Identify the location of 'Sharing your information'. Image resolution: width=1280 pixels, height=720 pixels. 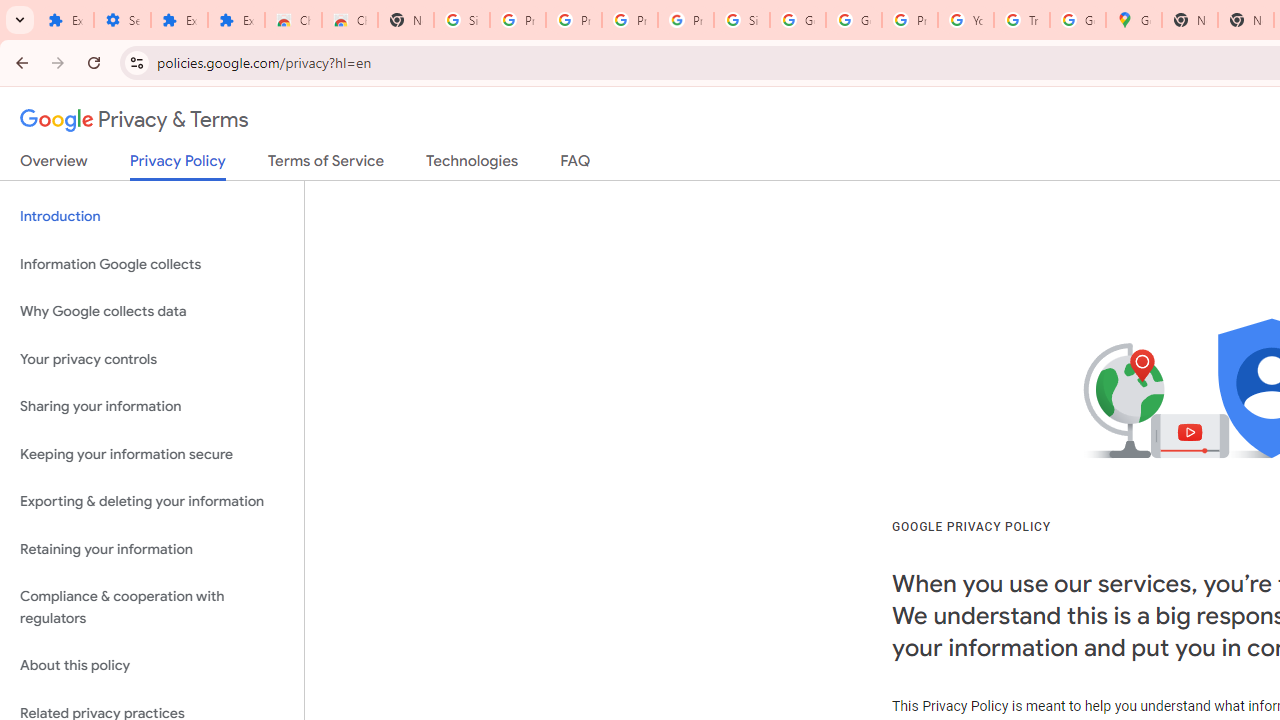
(151, 406).